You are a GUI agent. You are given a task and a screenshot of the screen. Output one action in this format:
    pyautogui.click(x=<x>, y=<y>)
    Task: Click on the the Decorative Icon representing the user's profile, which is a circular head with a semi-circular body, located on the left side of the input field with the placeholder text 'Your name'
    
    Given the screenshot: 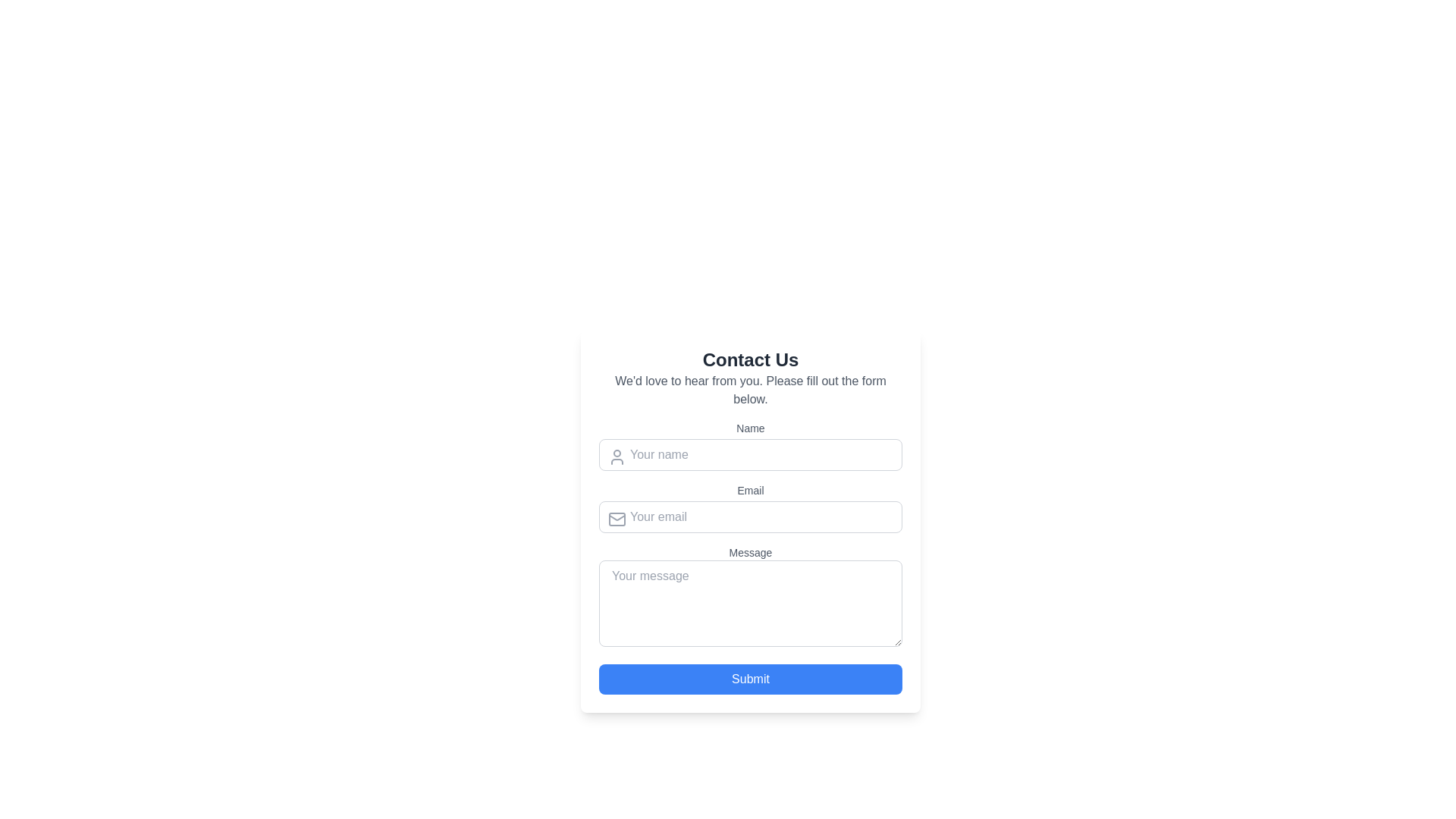 What is the action you would take?
    pyautogui.click(x=617, y=456)
    